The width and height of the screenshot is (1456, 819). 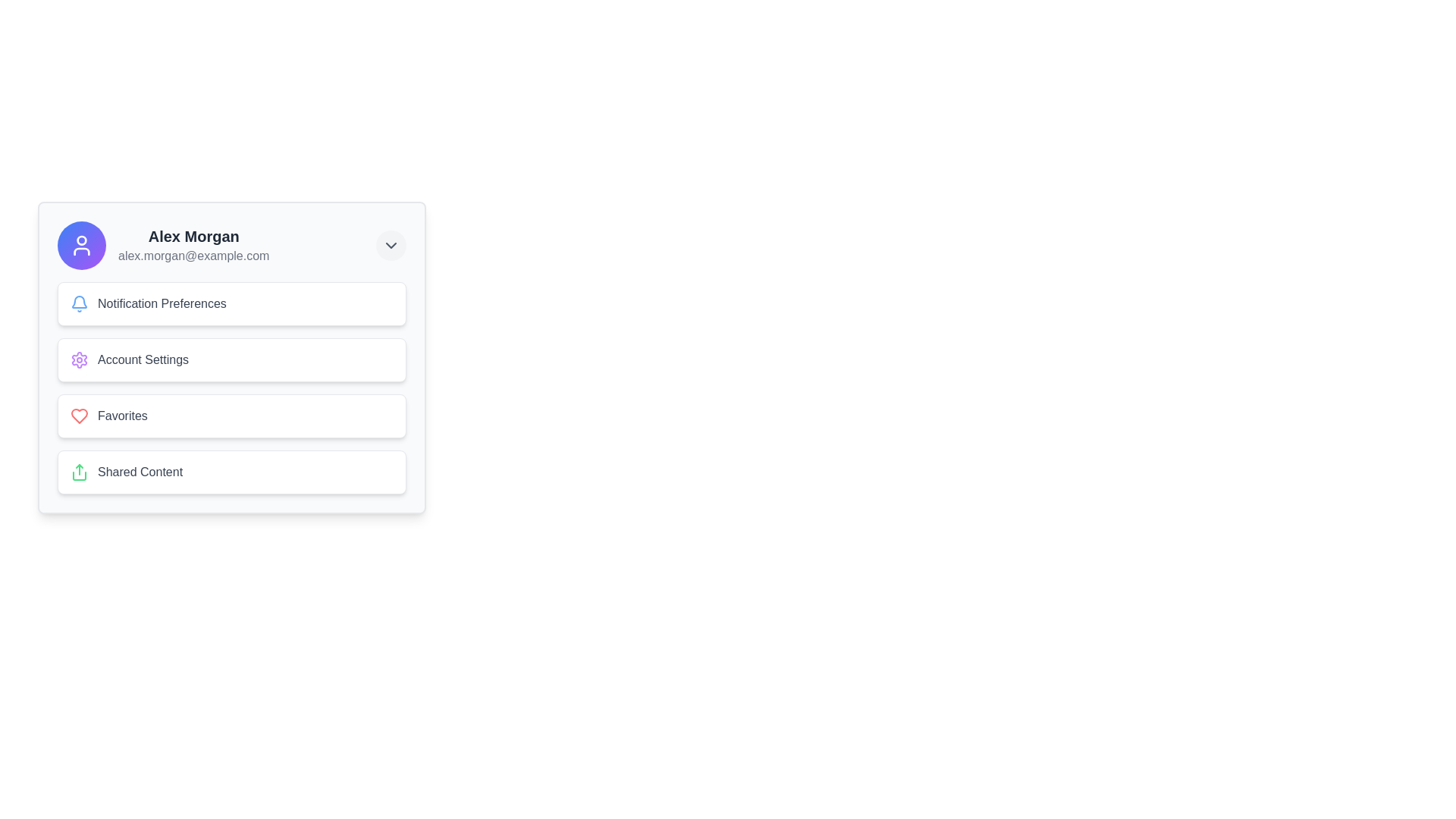 I want to click on the circular button containing the downward-pointing chevron arrow icon located at the top right corner of the card displaying user information for 'Alex Morgan', so click(x=391, y=245).